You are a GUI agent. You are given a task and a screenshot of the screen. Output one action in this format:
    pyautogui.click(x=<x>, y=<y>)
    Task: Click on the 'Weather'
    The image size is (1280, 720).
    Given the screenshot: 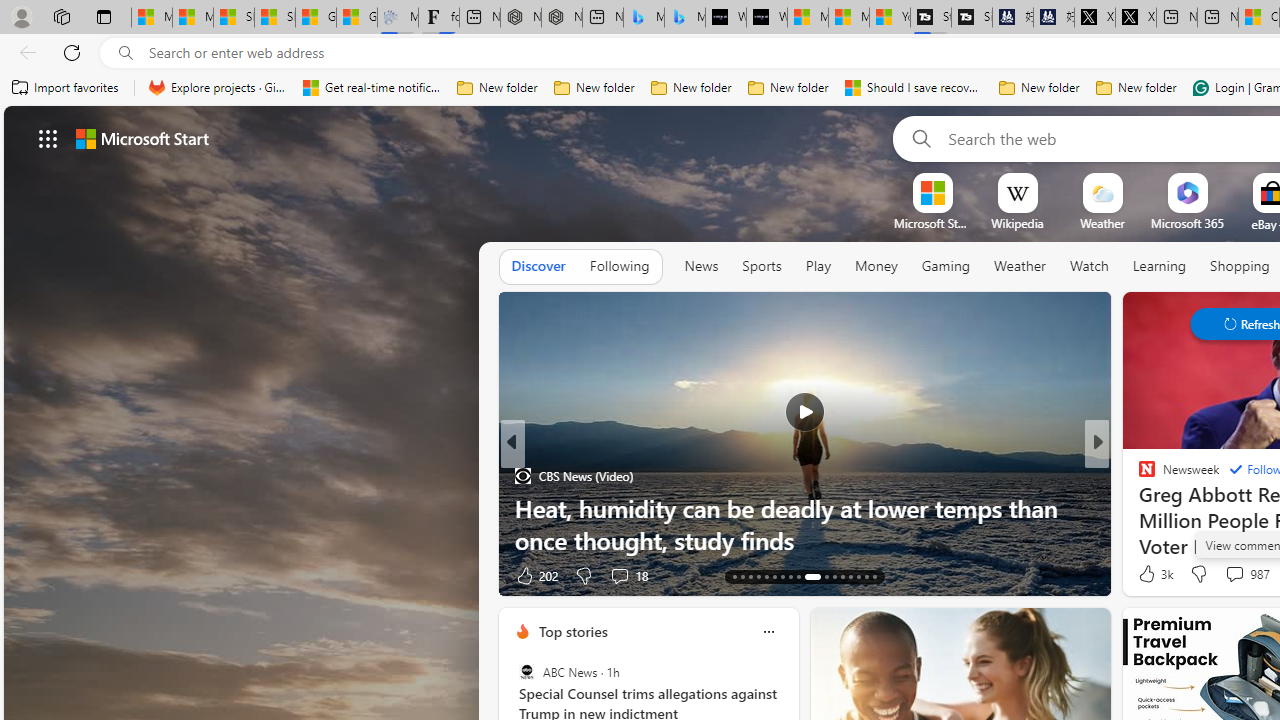 What is the action you would take?
    pyautogui.click(x=1020, y=266)
    